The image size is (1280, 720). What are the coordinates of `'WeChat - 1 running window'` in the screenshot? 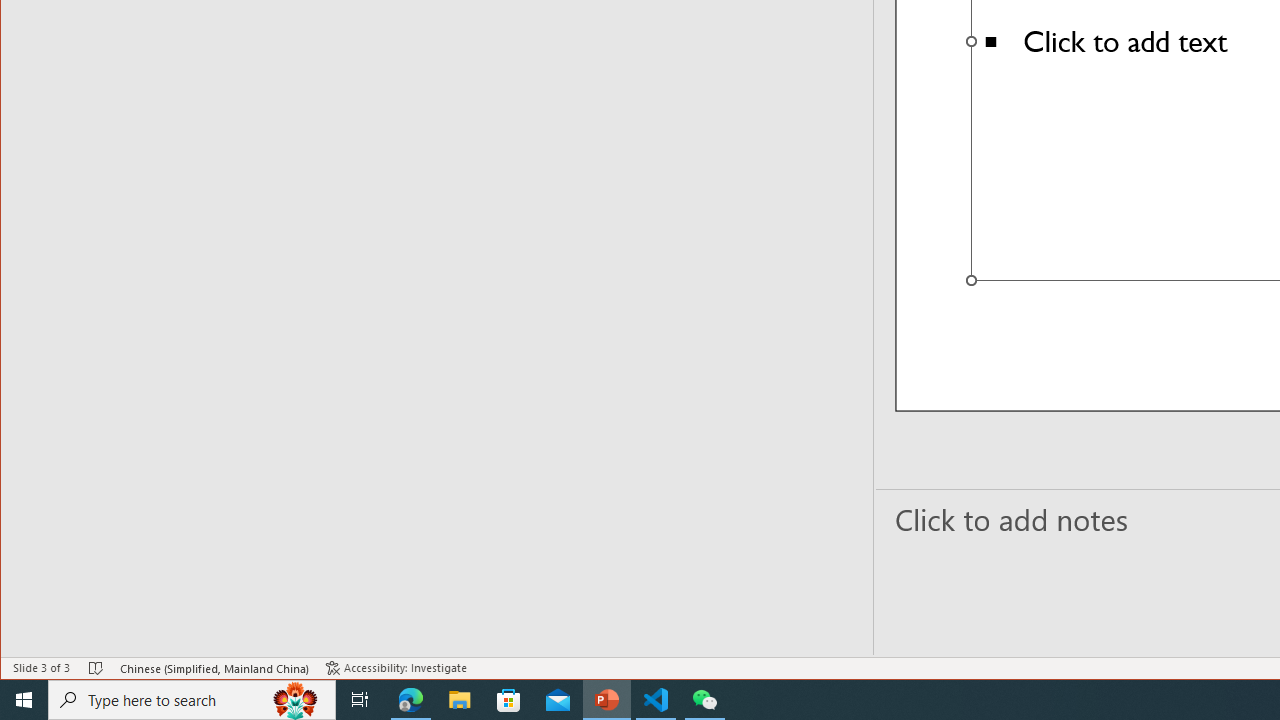 It's located at (705, 698).